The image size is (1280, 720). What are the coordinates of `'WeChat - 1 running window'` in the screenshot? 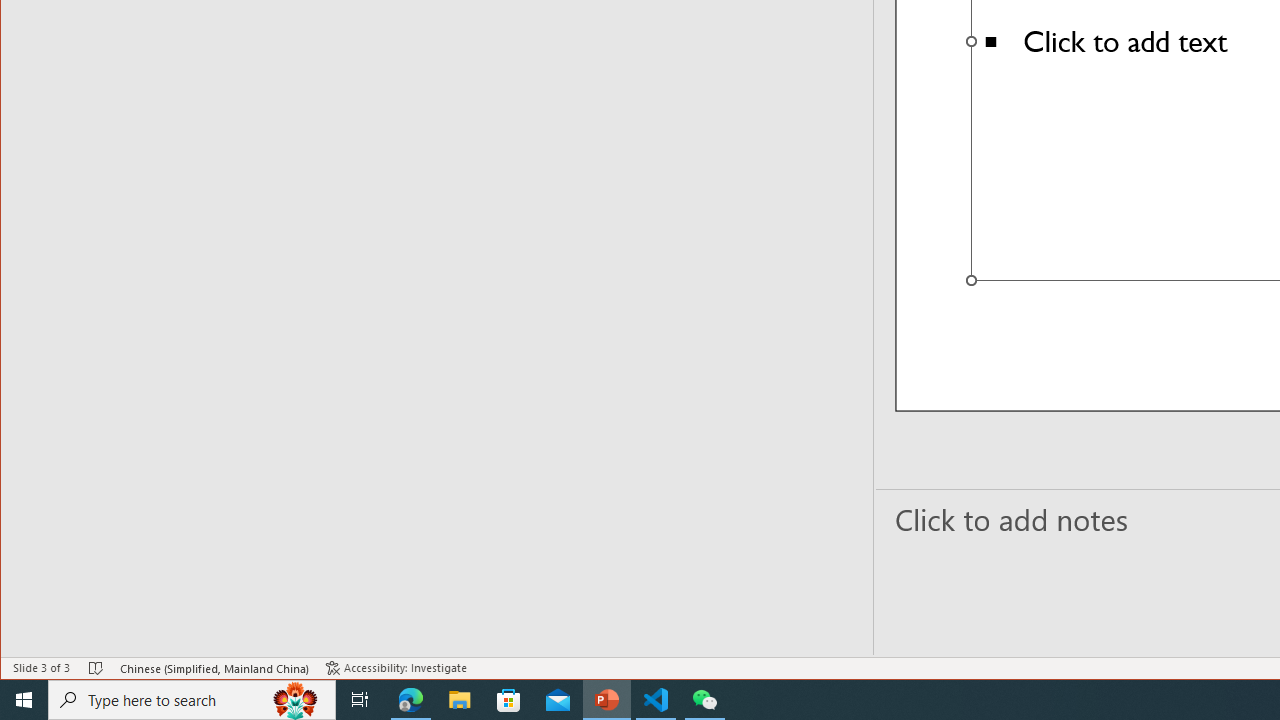 It's located at (705, 698).